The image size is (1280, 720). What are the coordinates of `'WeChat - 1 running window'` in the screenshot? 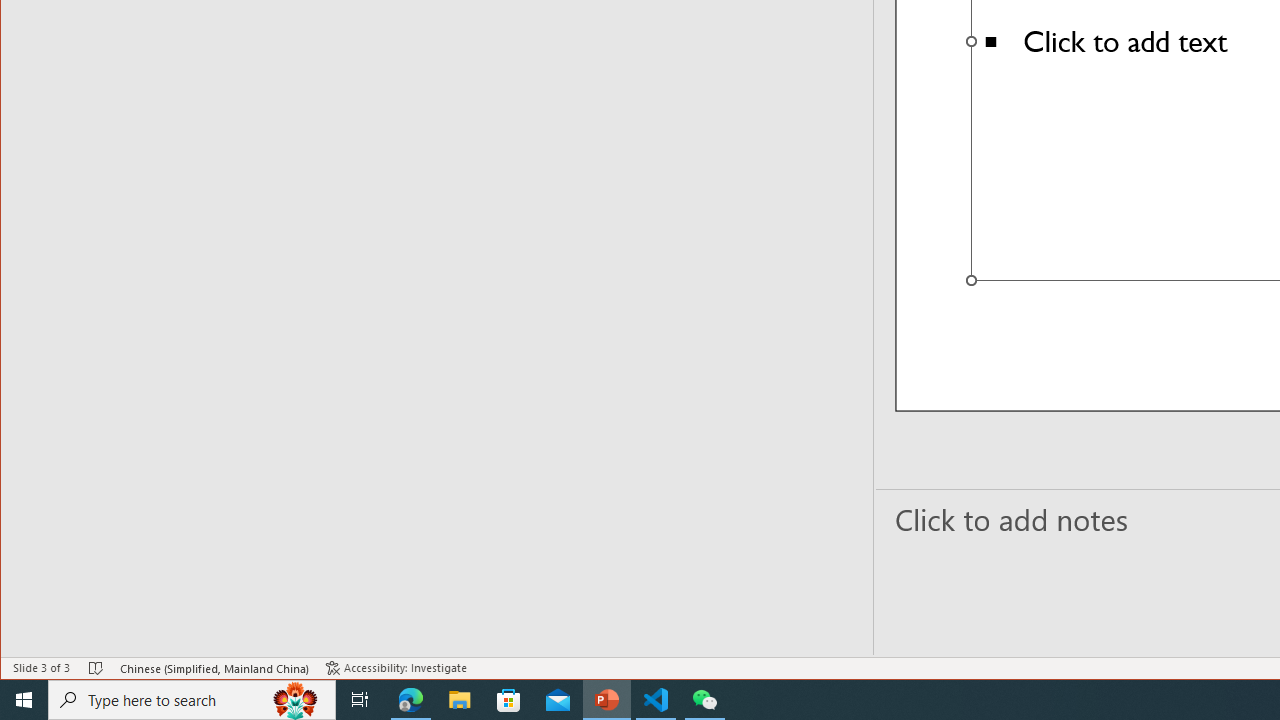 It's located at (705, 698).